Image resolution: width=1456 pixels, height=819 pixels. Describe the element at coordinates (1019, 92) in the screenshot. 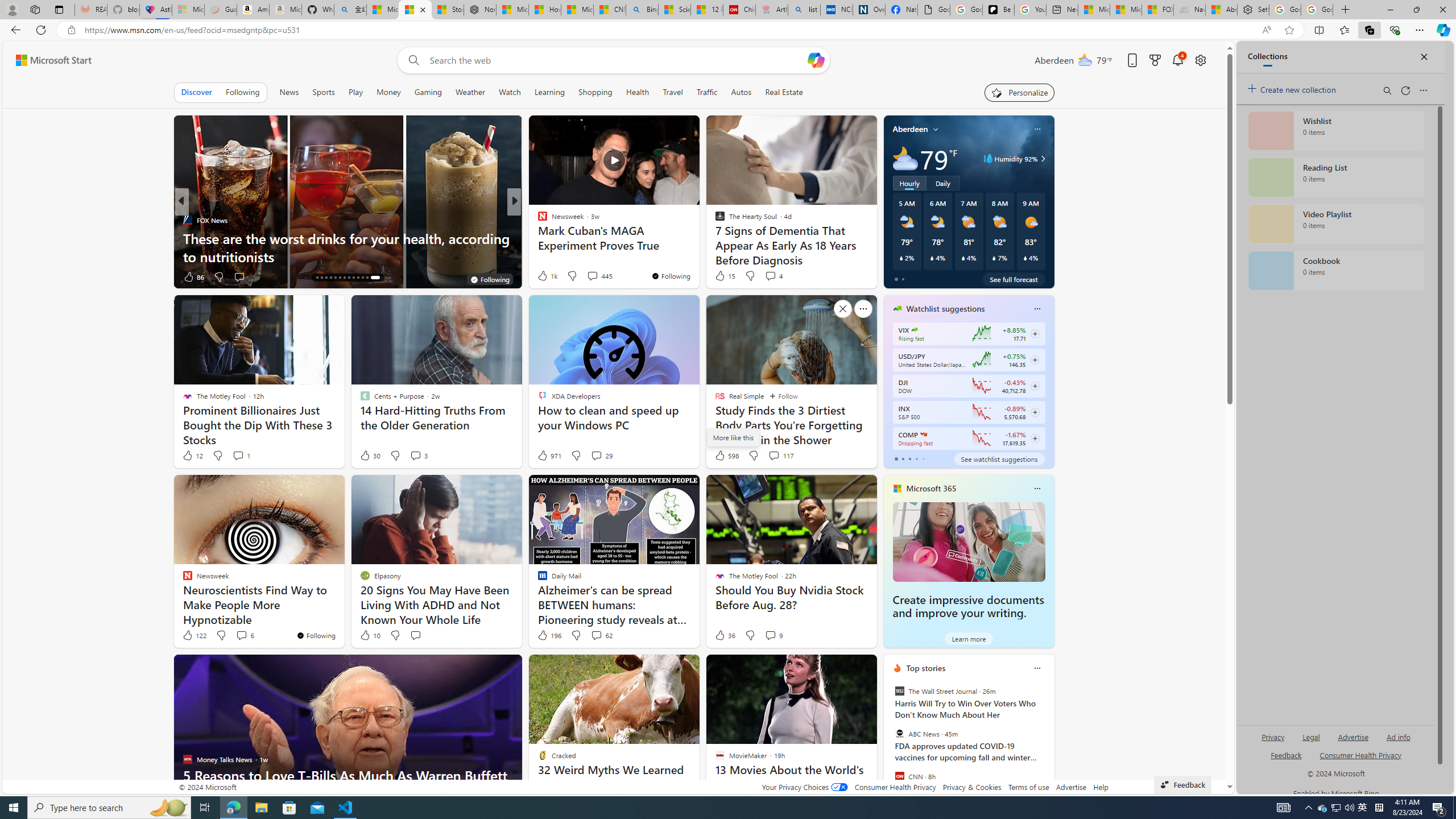

I see `'Personalize your feed"'` at that location.